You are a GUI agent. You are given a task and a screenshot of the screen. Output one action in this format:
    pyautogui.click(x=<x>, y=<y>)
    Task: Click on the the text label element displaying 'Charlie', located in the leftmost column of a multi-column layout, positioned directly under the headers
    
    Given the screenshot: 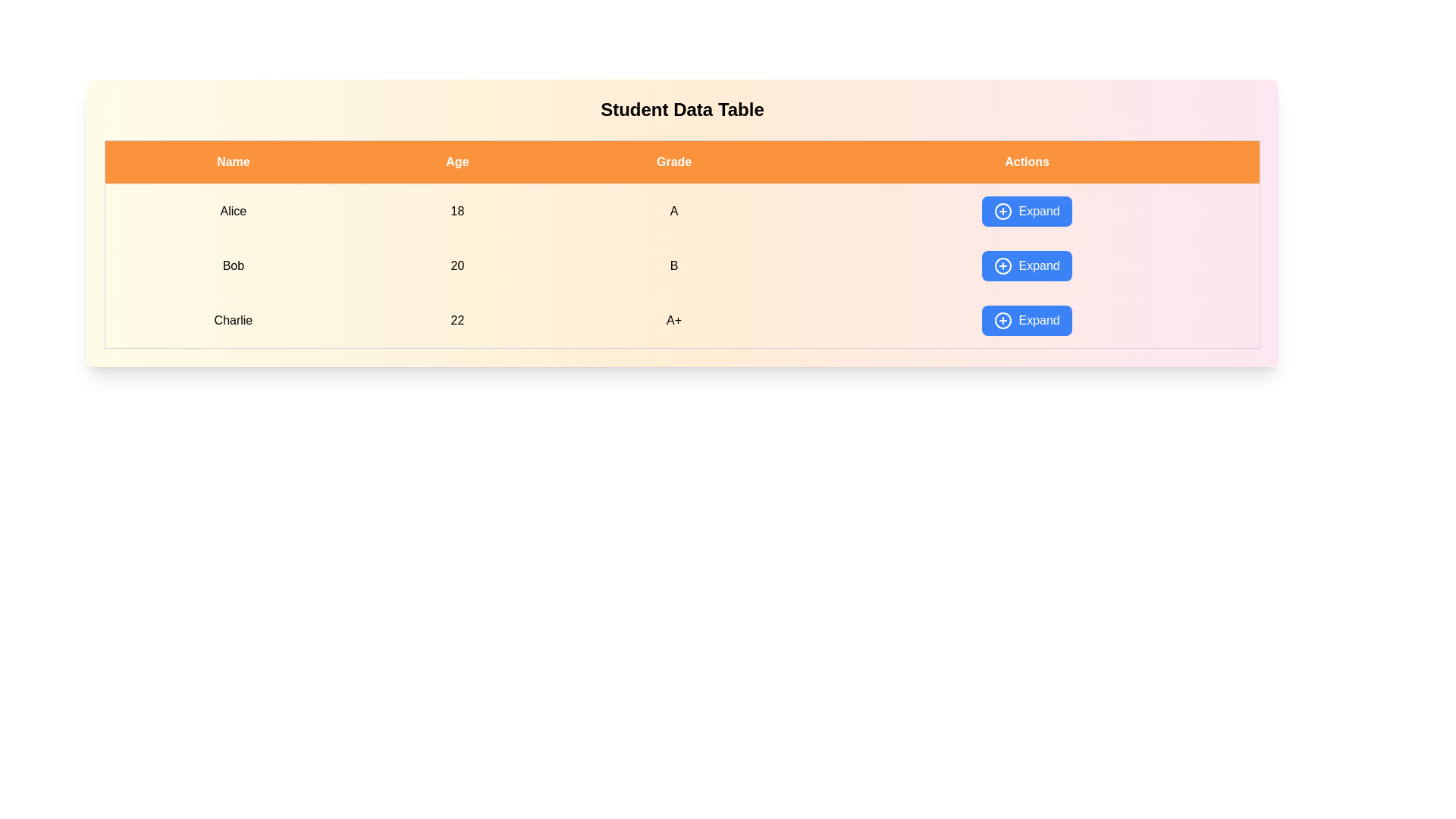 What is the action you would take?
    pyautogui.click(x=232, y=320)
    